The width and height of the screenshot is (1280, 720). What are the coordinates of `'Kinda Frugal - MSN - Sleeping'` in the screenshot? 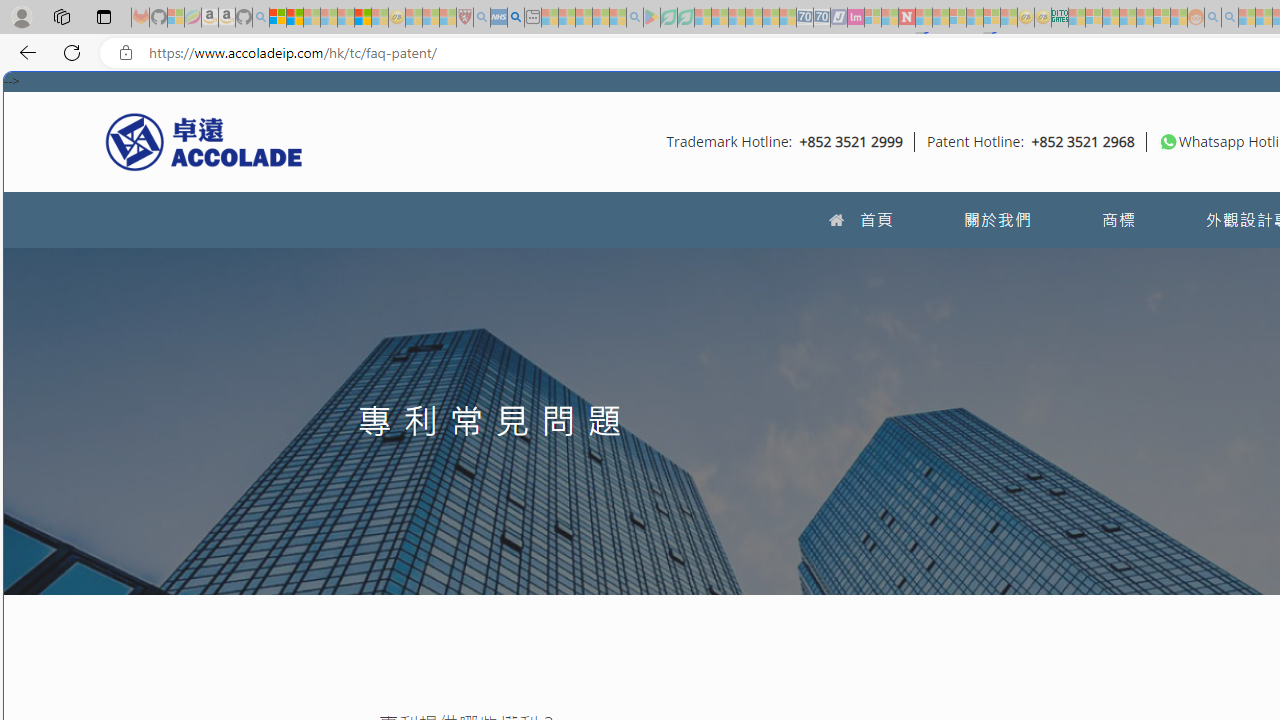 It's located at (1144, 17).